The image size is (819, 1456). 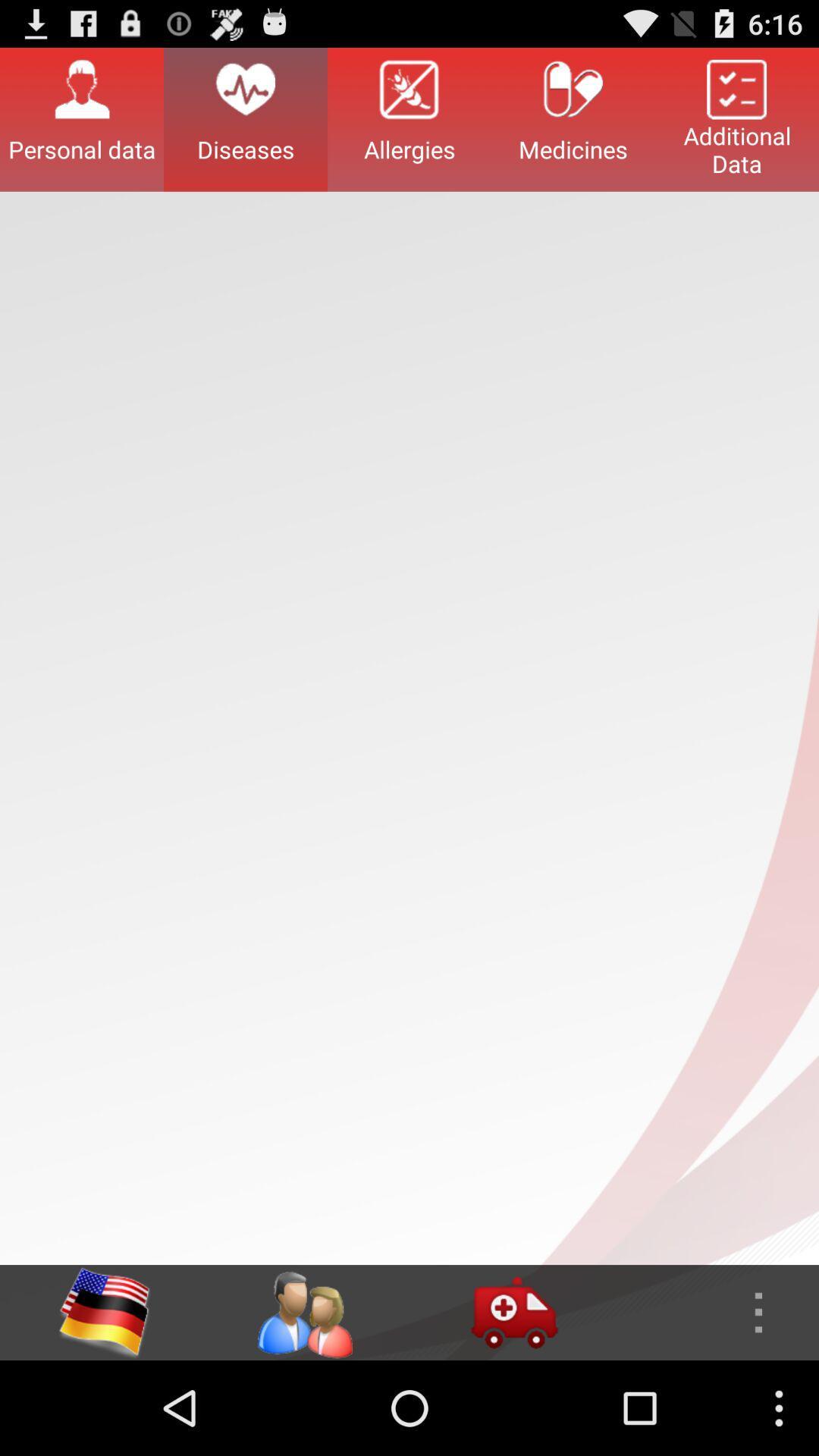 What do you see at coordinates (409, 118) in the screenshot?
I see `allergies button` at bounding box center [409, 118].